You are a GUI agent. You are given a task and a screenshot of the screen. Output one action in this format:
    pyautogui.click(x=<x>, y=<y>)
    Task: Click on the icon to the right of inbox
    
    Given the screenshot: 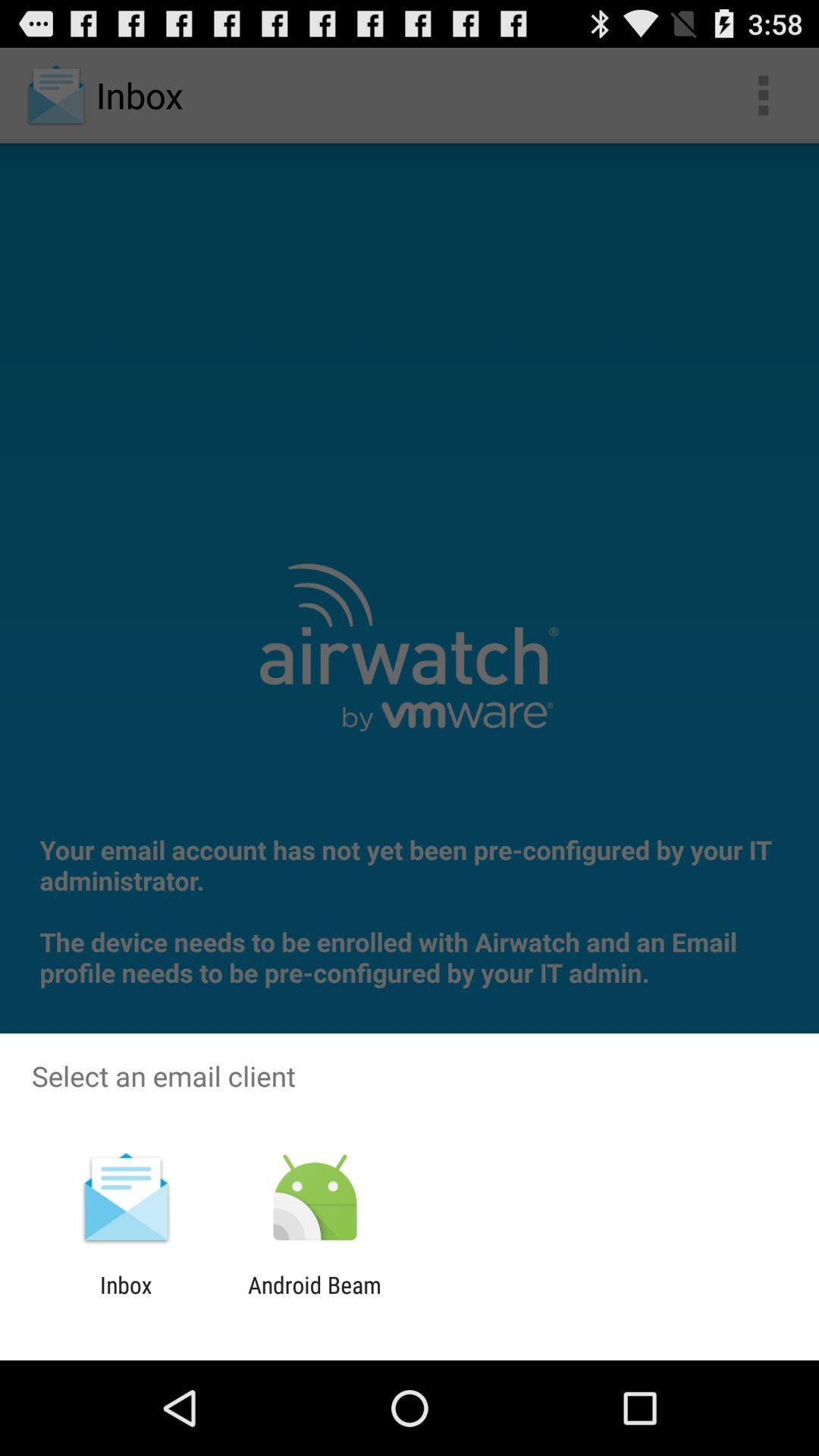 What is the action you would take?
    pyautogui.click(x=314, y=1298)
    